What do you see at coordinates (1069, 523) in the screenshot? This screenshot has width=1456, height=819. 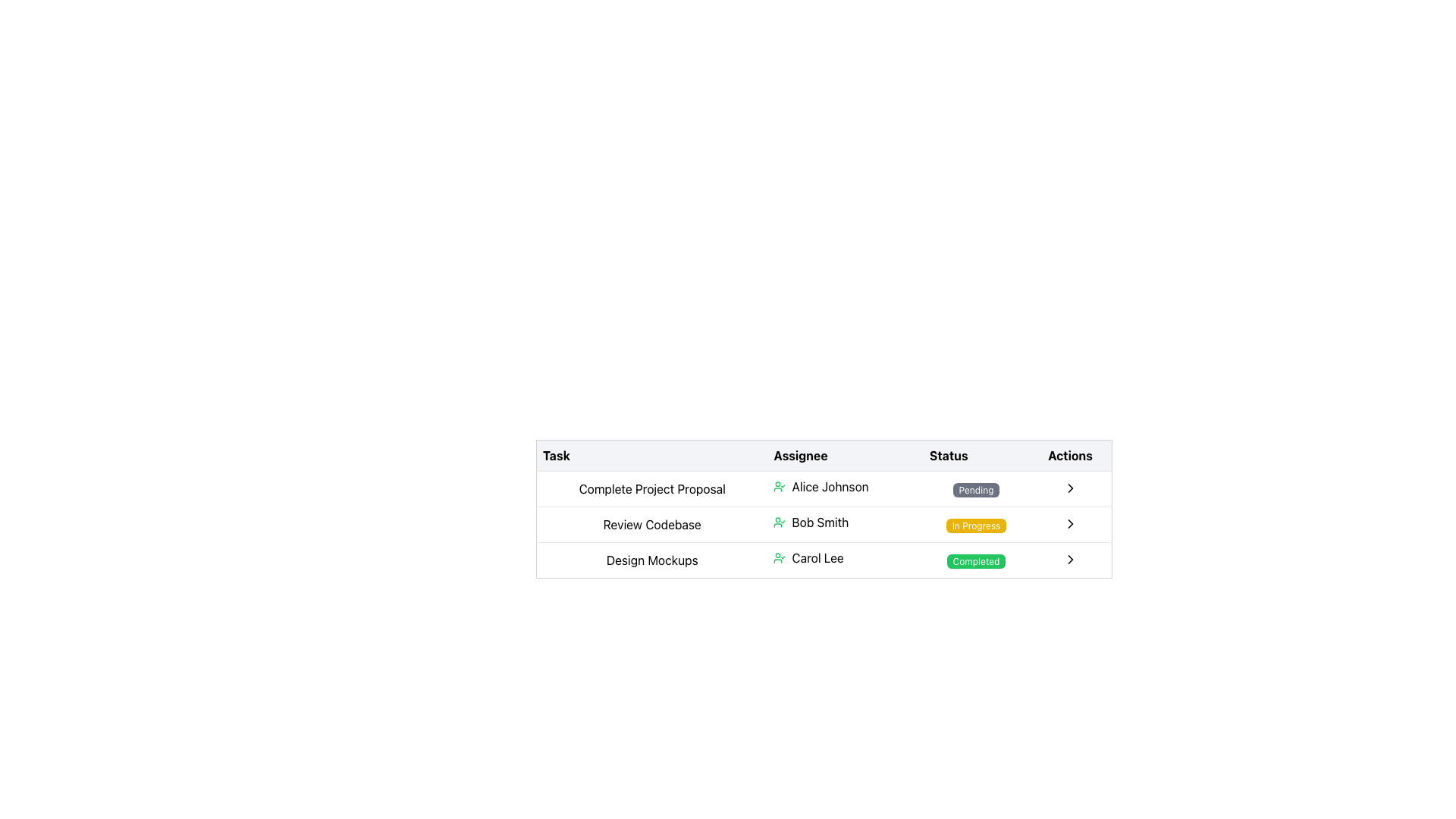 I see `the rightward-pointing chevron icon` at bounding box center [1069, 523].